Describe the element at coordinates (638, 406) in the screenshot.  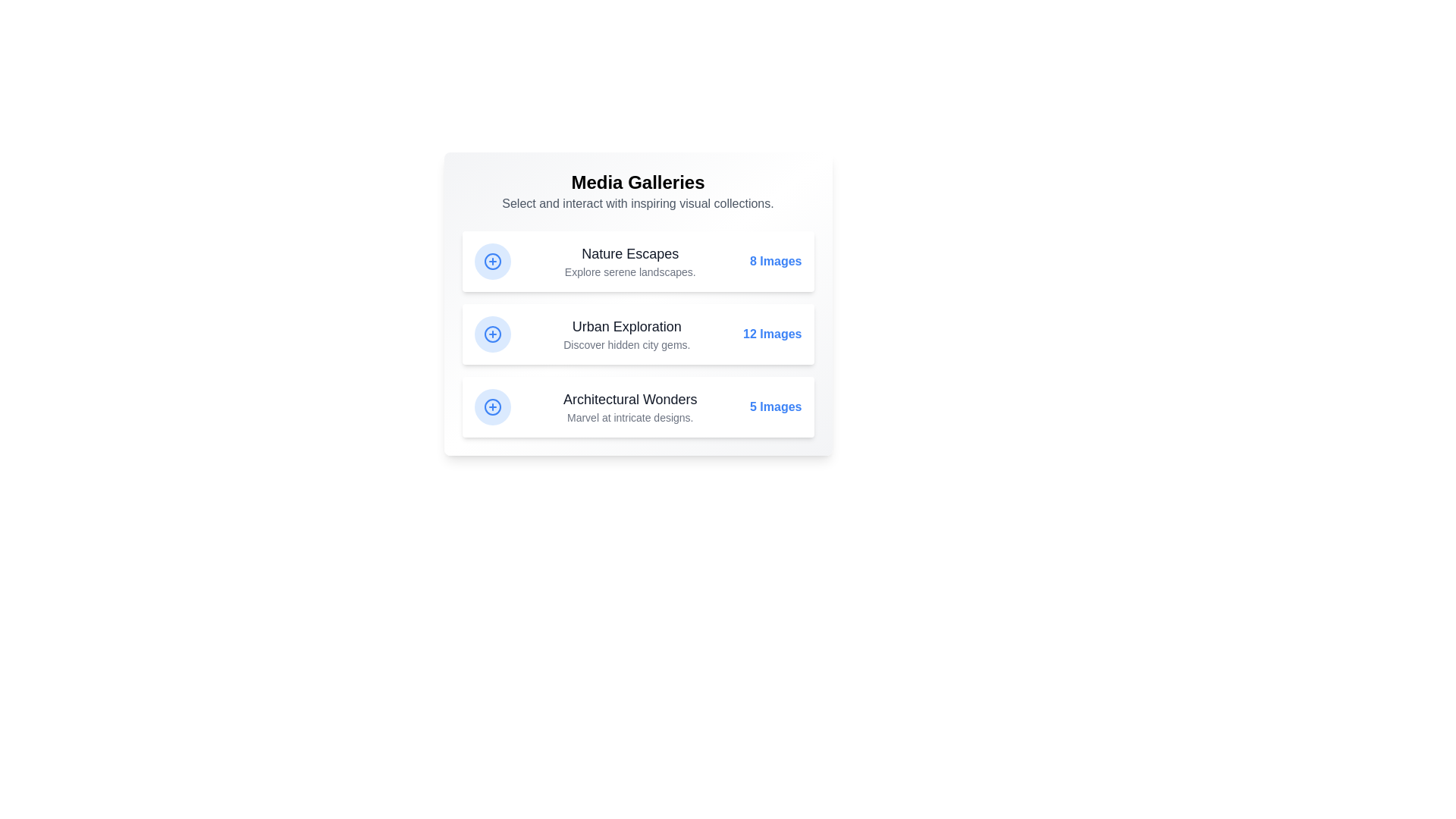
I see `the gallery Architectural Wonders` at that location.